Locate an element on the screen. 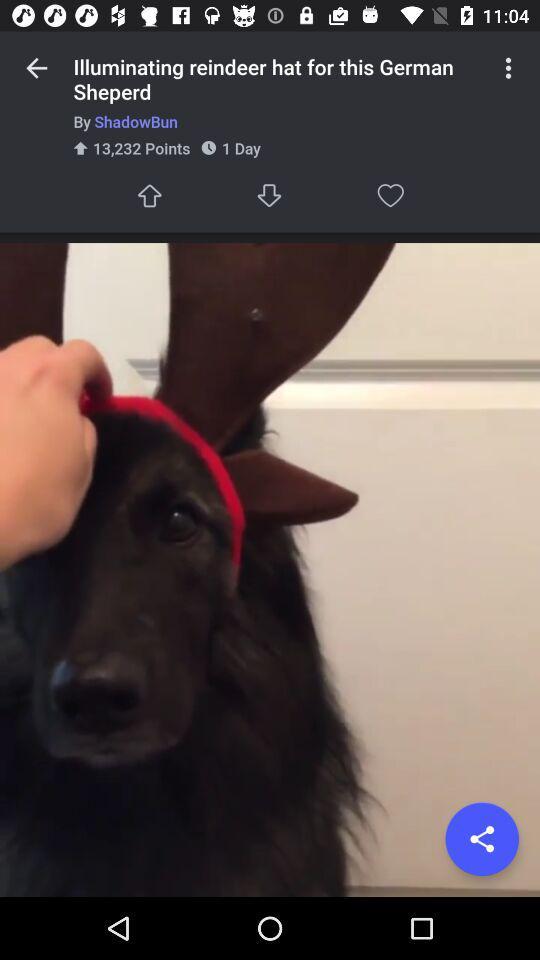  the by shadowbun icon is located at coordinates (278, 120).